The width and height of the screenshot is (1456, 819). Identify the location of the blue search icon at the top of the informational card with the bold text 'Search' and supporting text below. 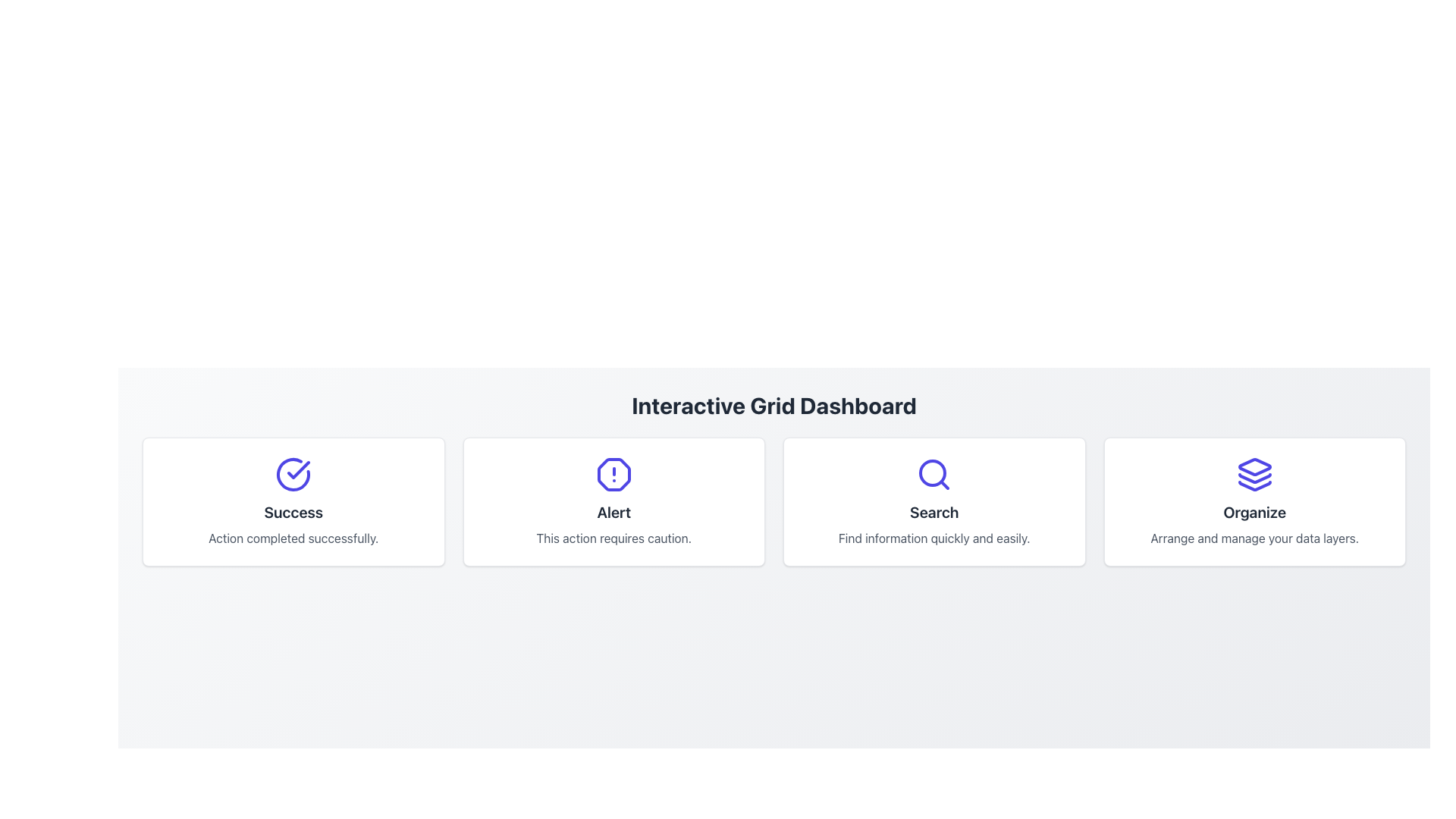
(934, 502).